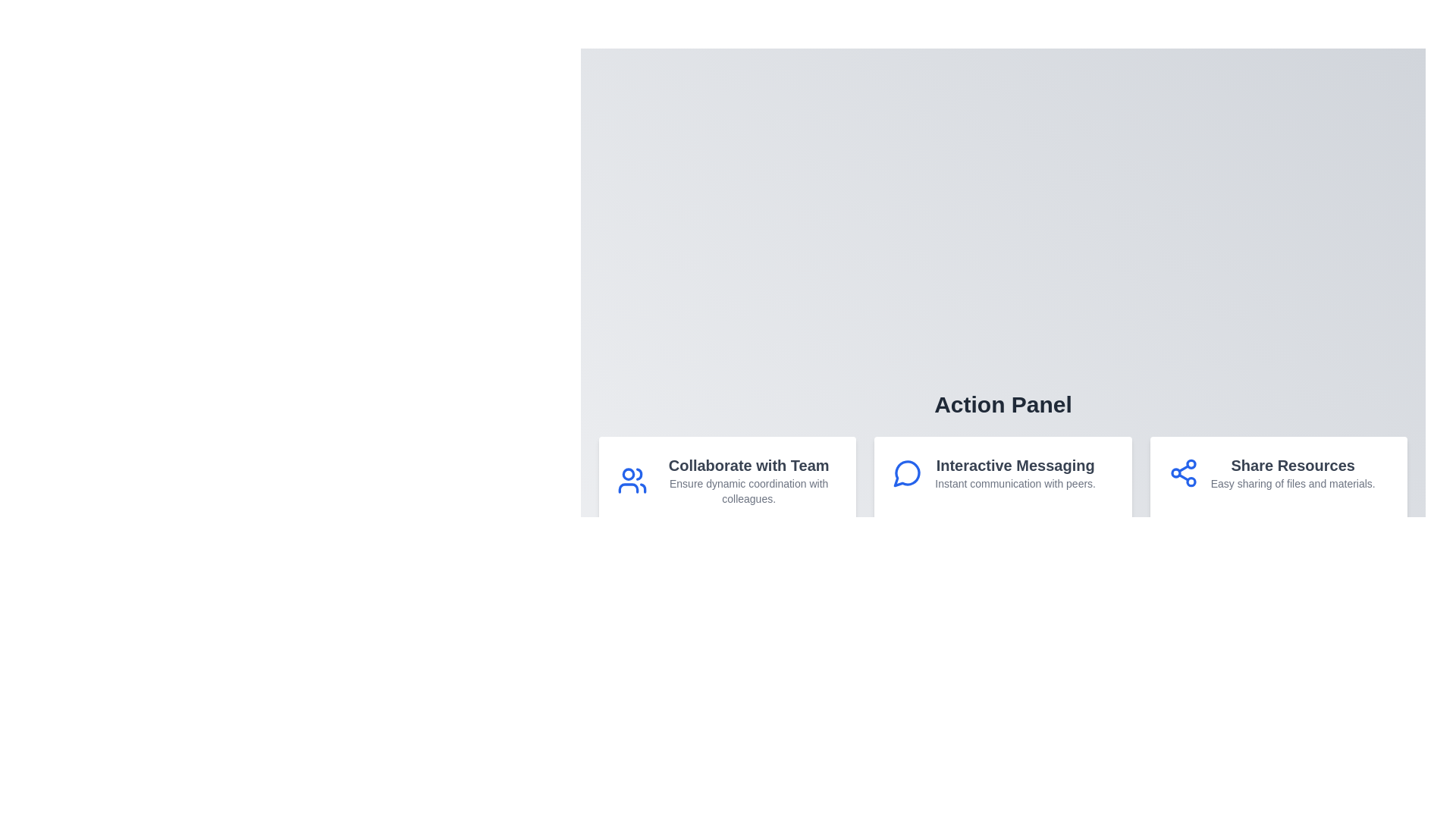 Image resolution: width=1456 pixels, height=819 pixels. Describe the element at coordinates (1292, 483) in the screenshot. I see `the static text element that summarizes the 'Share Resources' section, located near the bottom-right corner of the interface beneath the heading 'Share Resources'` at that location.